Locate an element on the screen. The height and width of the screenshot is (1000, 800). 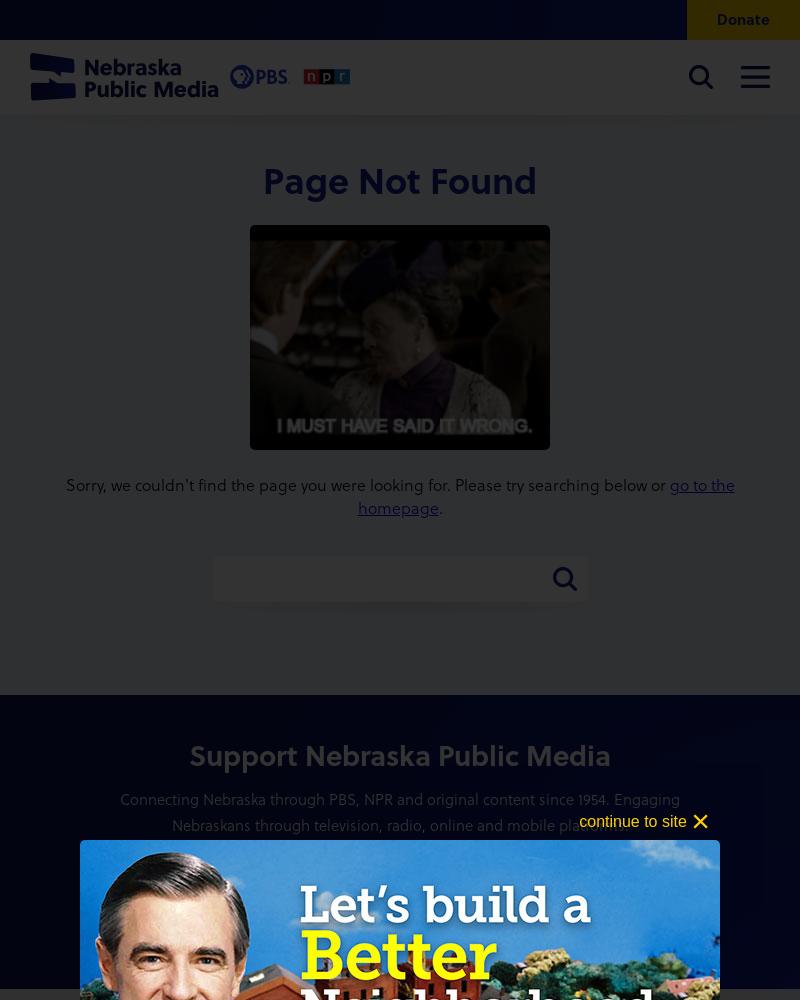
'Podcasts' is located at coordinates (65, 293).